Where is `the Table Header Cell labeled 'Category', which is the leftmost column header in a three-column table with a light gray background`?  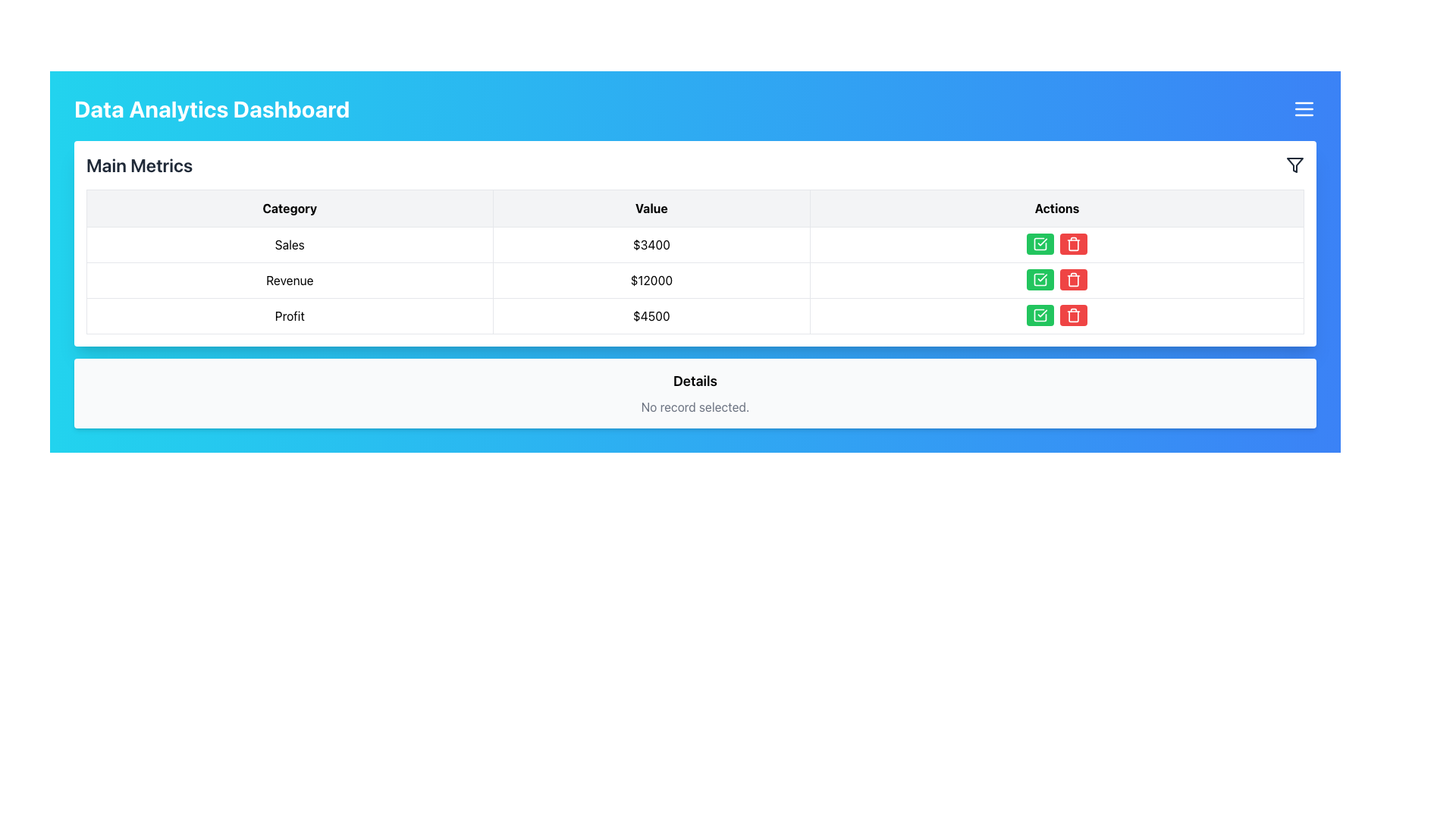
the Table Header Cell labeled 'Category', which is the leftmost column header in a three-column table with a light gray background is located at coordinates (290, 208).